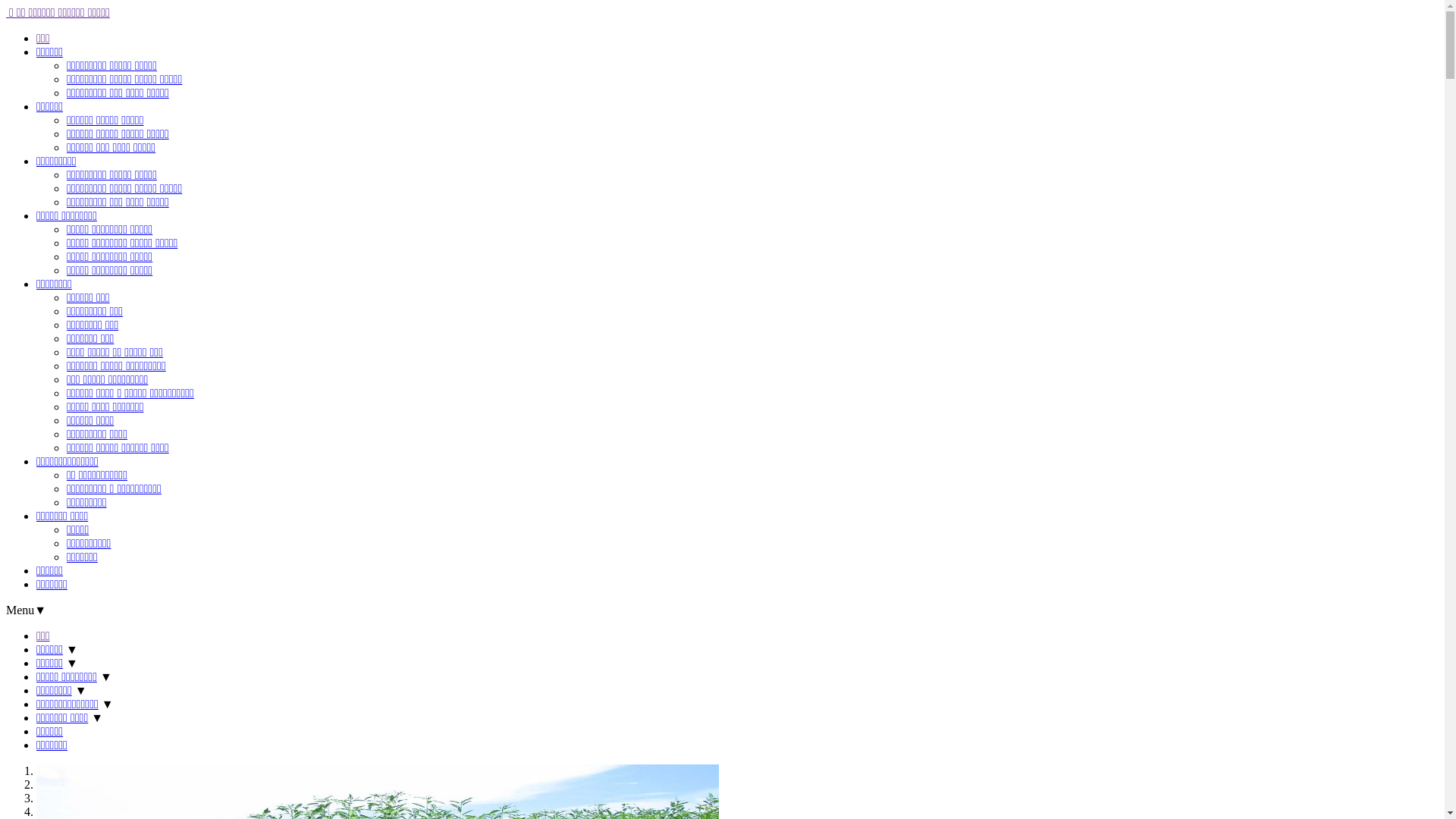 This screenshot has height=819, width=1456. What do you see at coordinates (39, 770) in the screenshot?
I see `'1'` at bounding box center [39, 770].